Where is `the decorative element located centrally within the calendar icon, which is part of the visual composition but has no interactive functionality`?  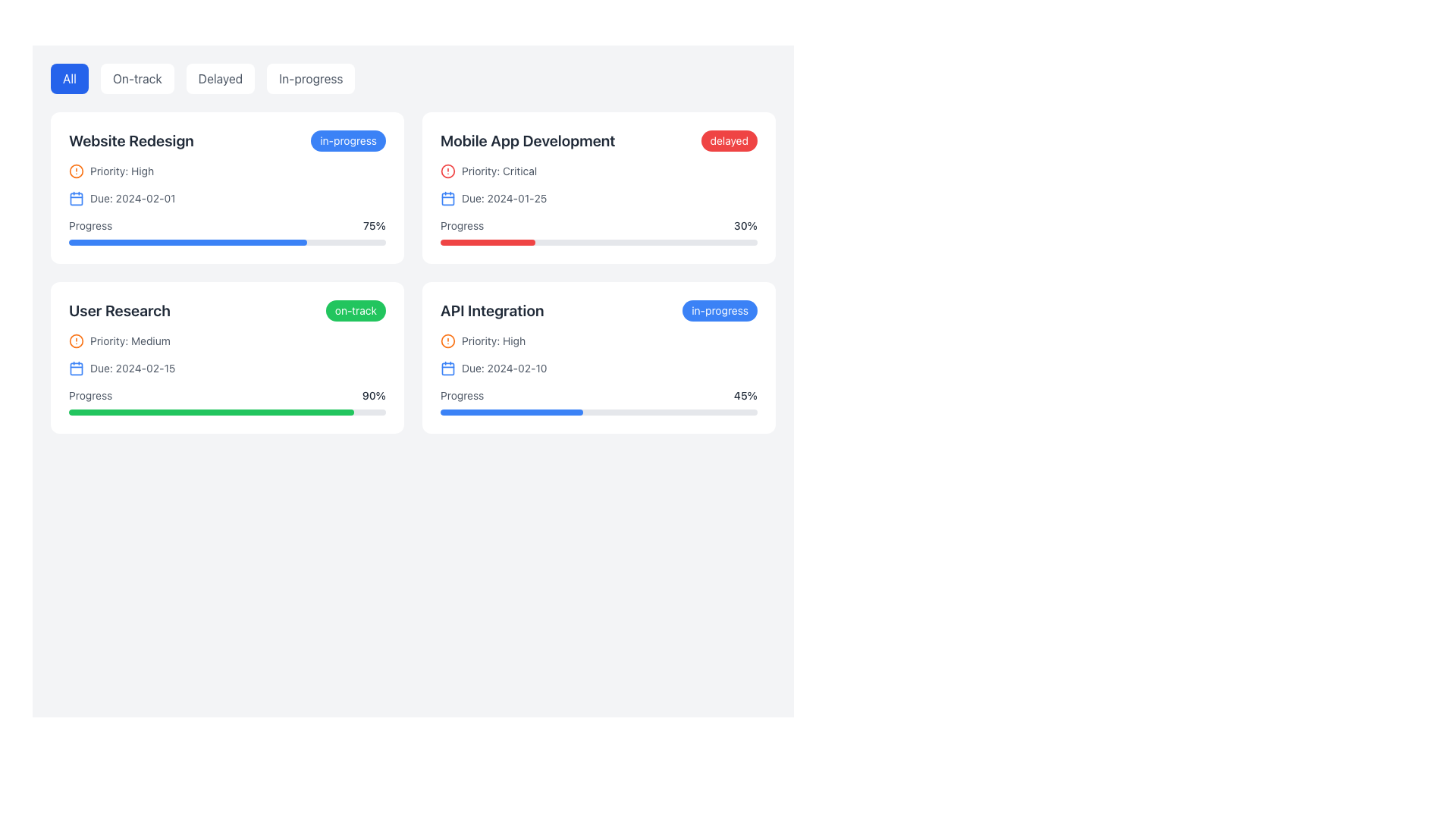 the decorative element located centrally within the calendar icon, which is part of the visual composition but has no interactive functionality is located at coordinates (447, 198).